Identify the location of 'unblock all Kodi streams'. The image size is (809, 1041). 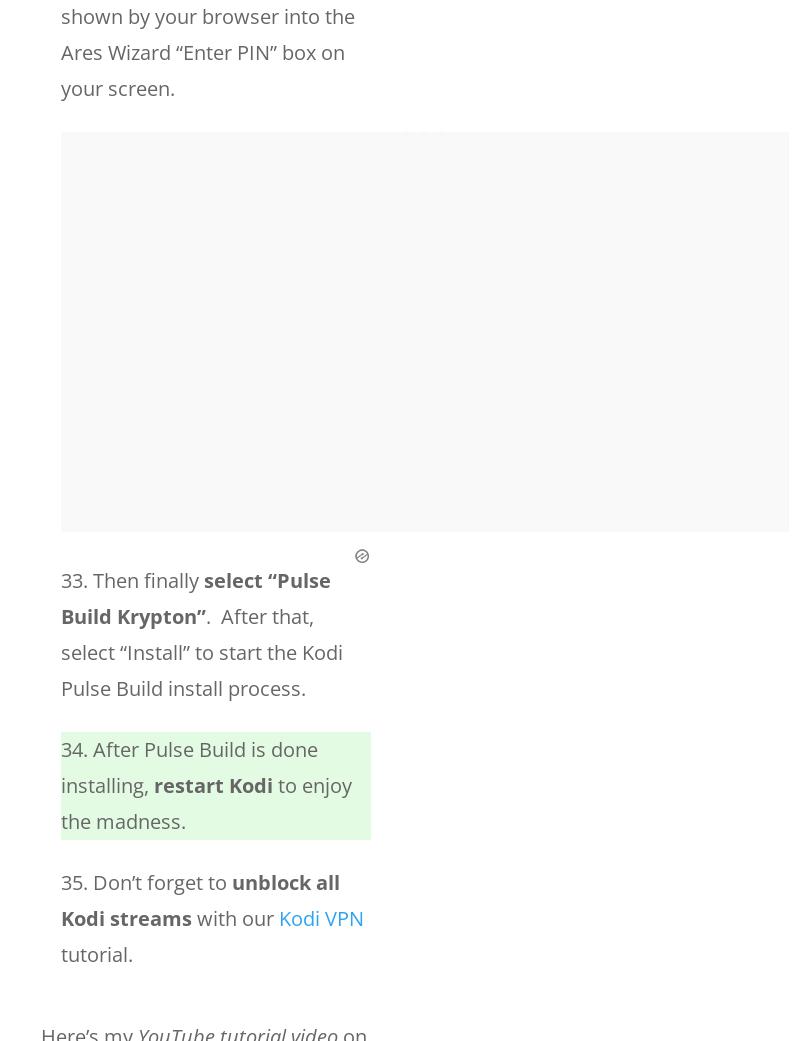
(199, 899).